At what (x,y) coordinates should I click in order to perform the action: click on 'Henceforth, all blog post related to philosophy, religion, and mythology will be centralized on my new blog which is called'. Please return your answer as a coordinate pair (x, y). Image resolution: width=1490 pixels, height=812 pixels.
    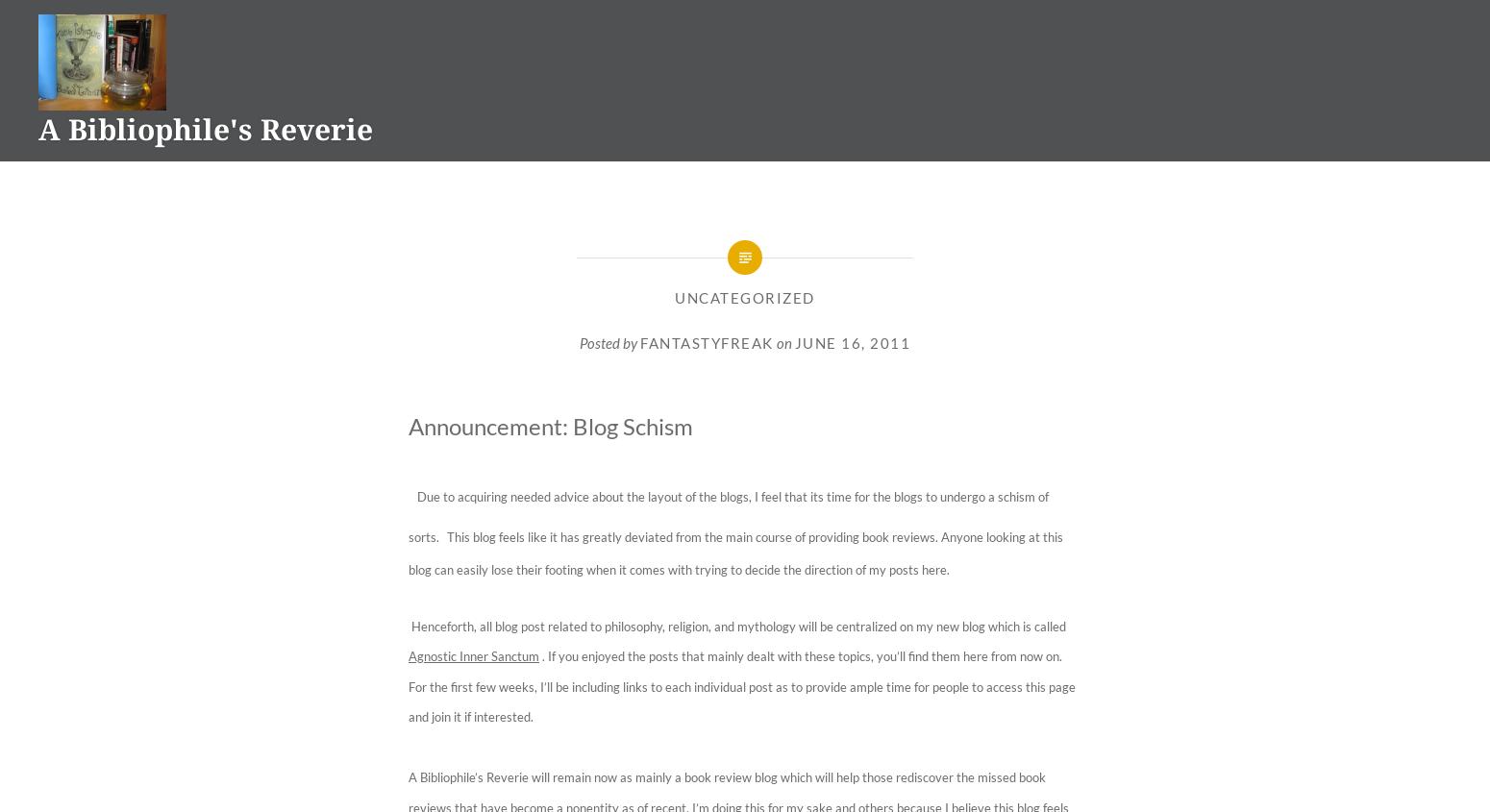
    Looking at the image, I should click on (409, 625).